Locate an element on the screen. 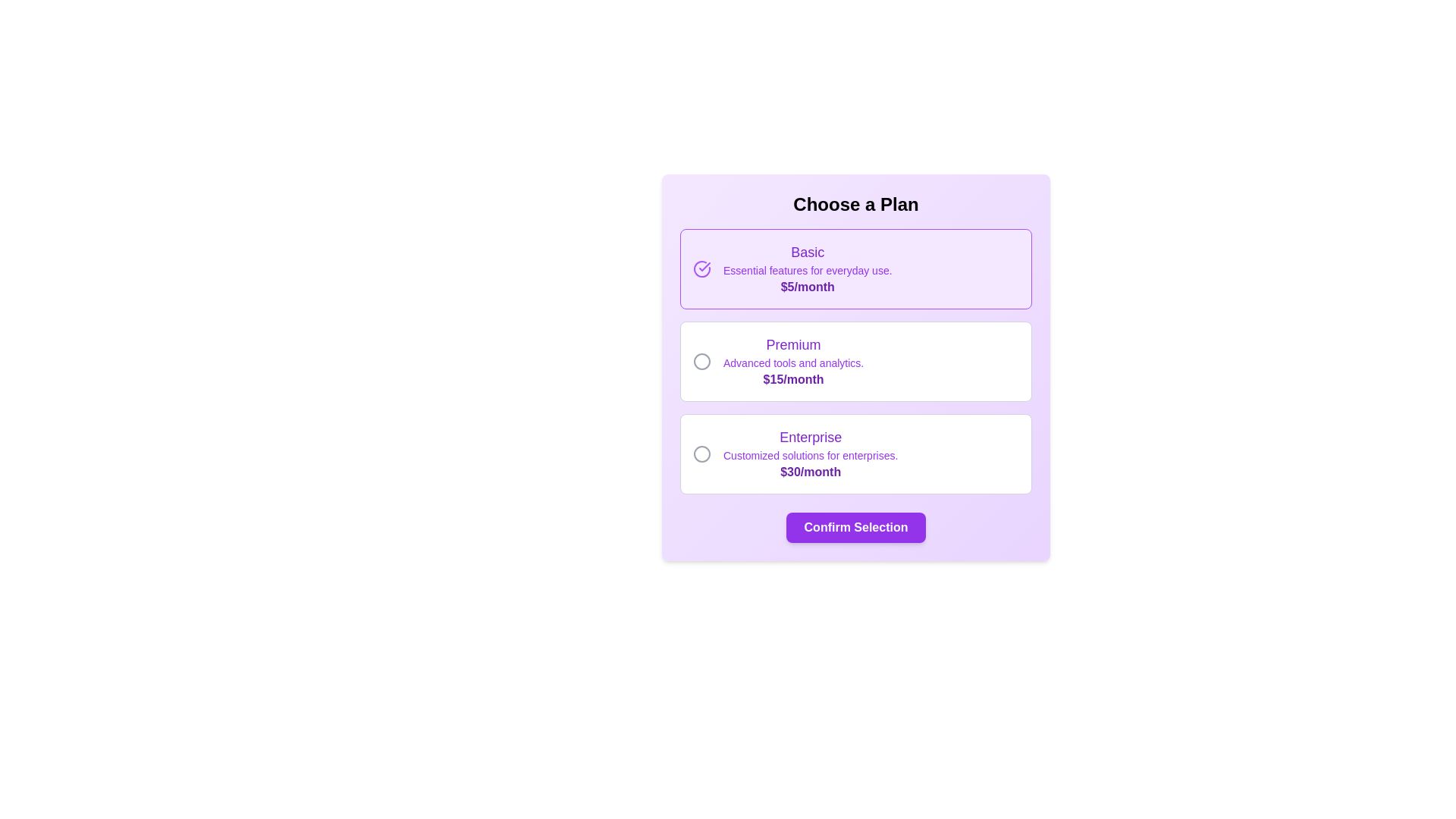 This screenshot has height=819, width=1456. the 'Premium' subscription plan text block, which provides descriptive and pricing information, located in the 'Choose a Plan' section is located at coordinates (792, 362).